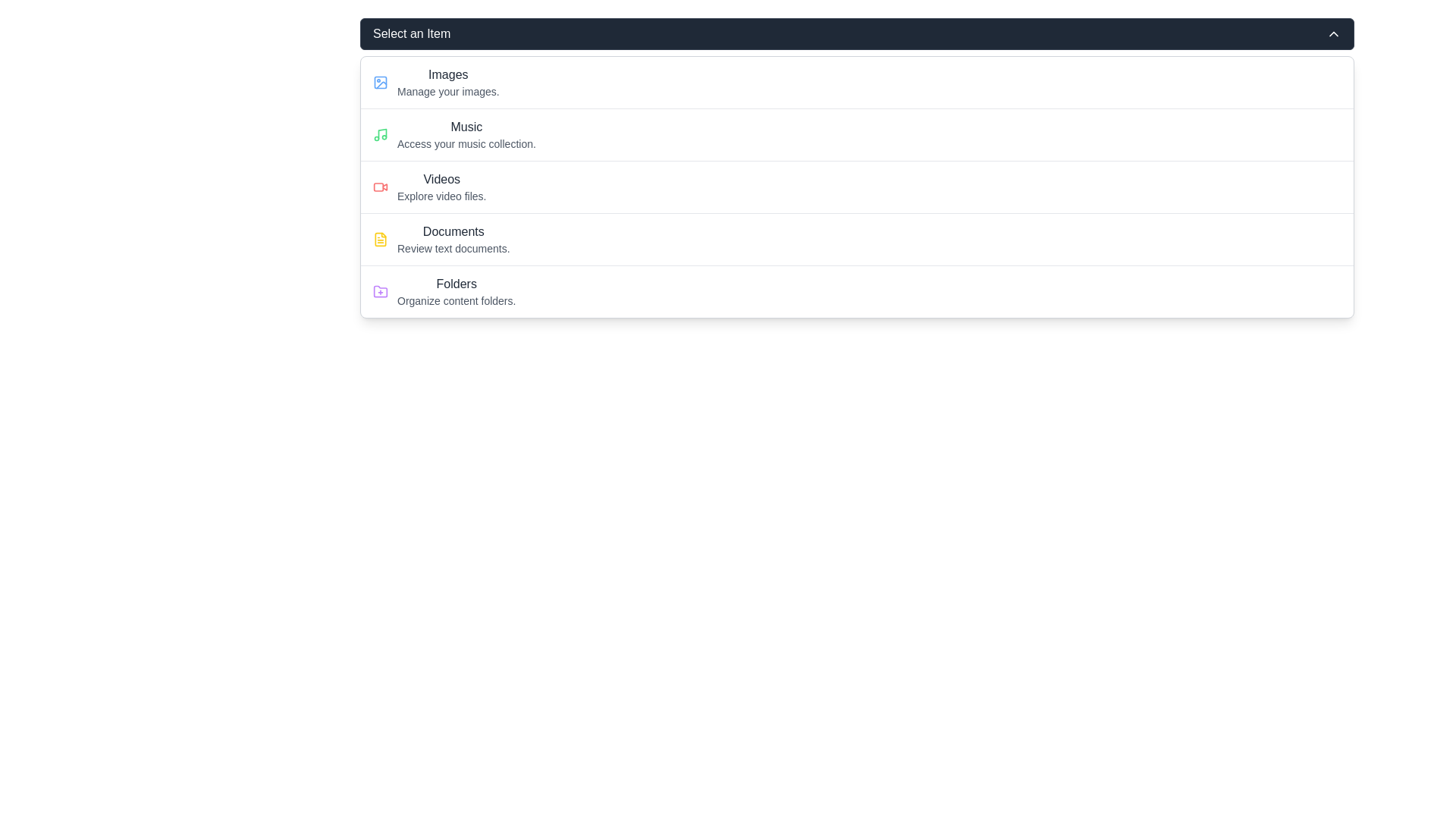  What do you see at coordinates (857, 34) in the screenshot?
I see `the Dropdown toggle button labeled 'Select an Item'` at bounding box center [857, 34].